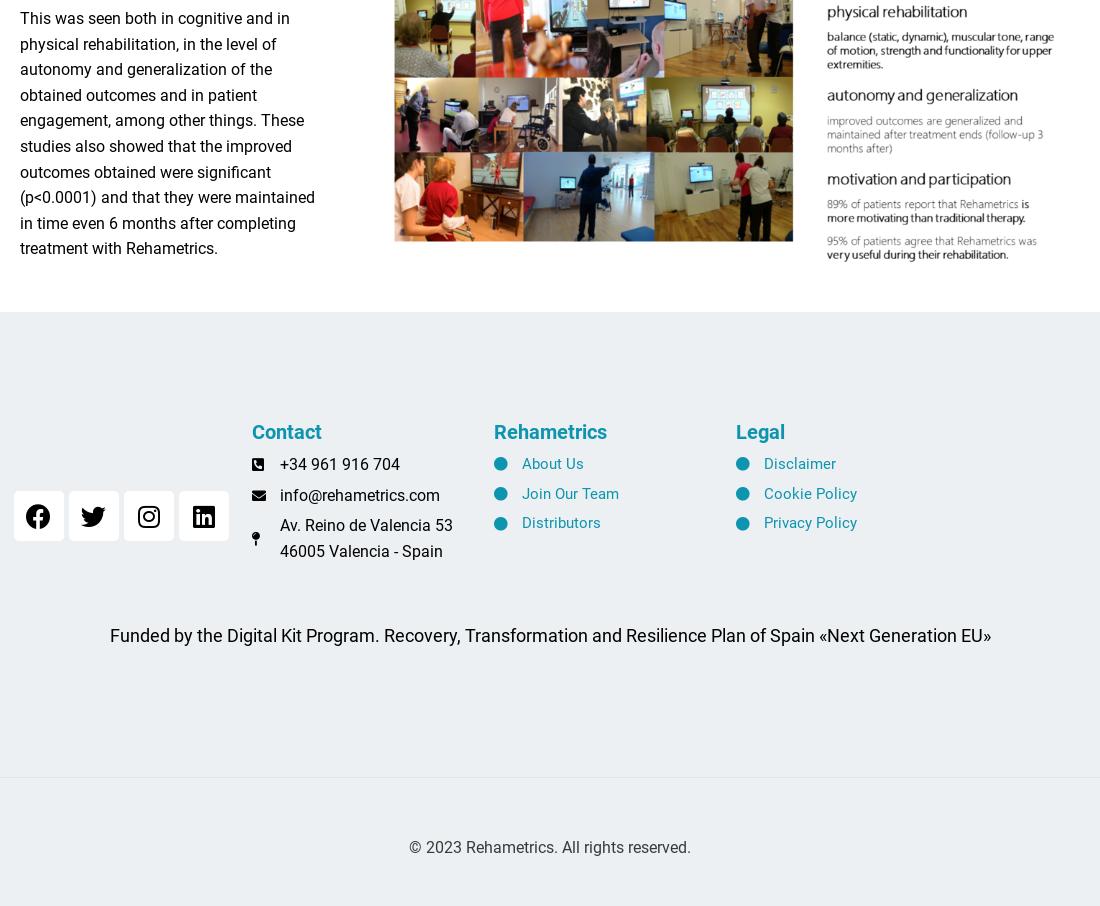 The image size is (1100, 906). I want to click on '+34 961 916 704', so click(338, 472).